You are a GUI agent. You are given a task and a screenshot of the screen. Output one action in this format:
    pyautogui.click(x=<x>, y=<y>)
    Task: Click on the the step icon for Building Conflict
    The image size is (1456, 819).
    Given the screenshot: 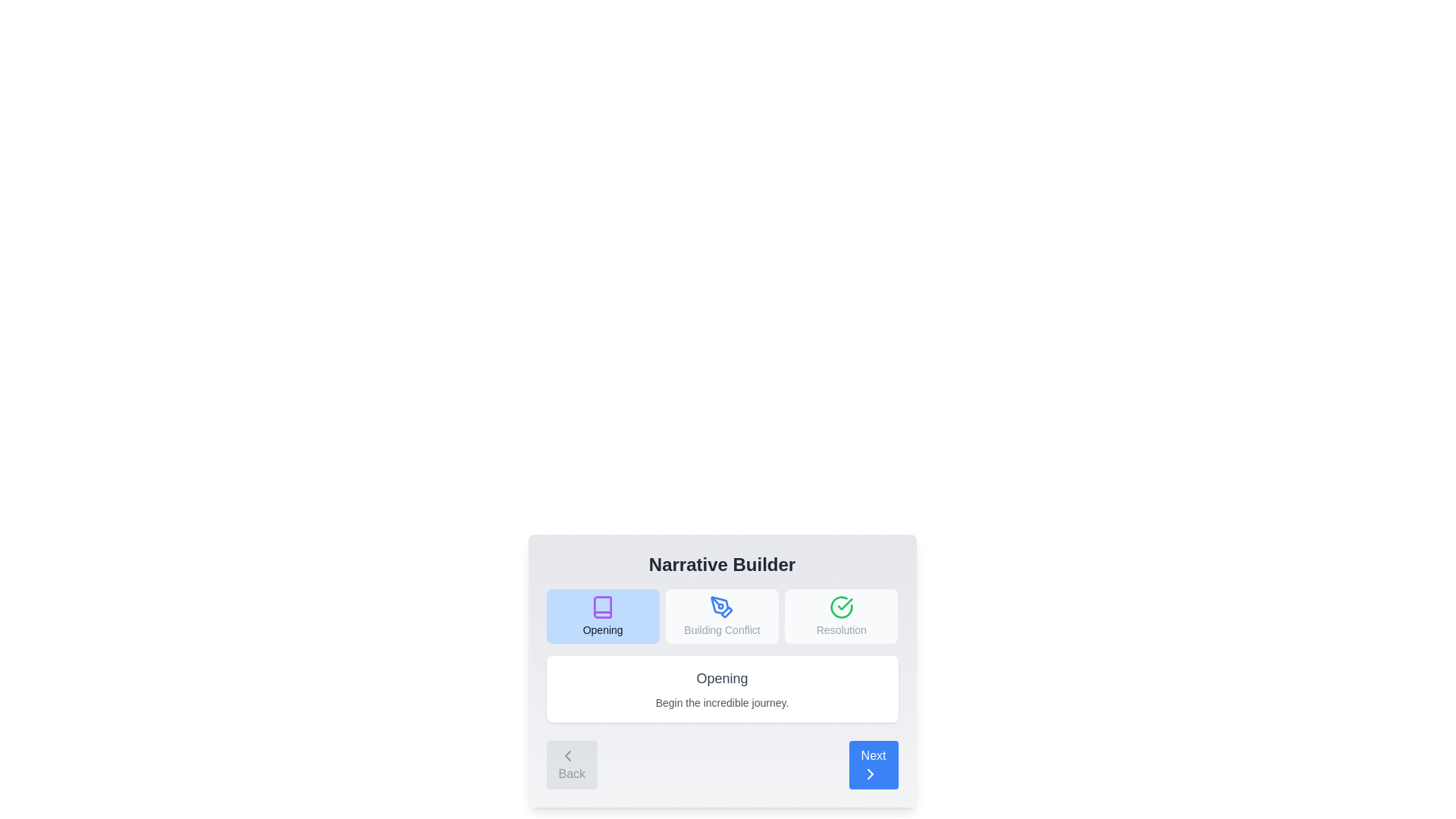 What is the action you would take?
    pyautogui.click(x=721, y=617)
    